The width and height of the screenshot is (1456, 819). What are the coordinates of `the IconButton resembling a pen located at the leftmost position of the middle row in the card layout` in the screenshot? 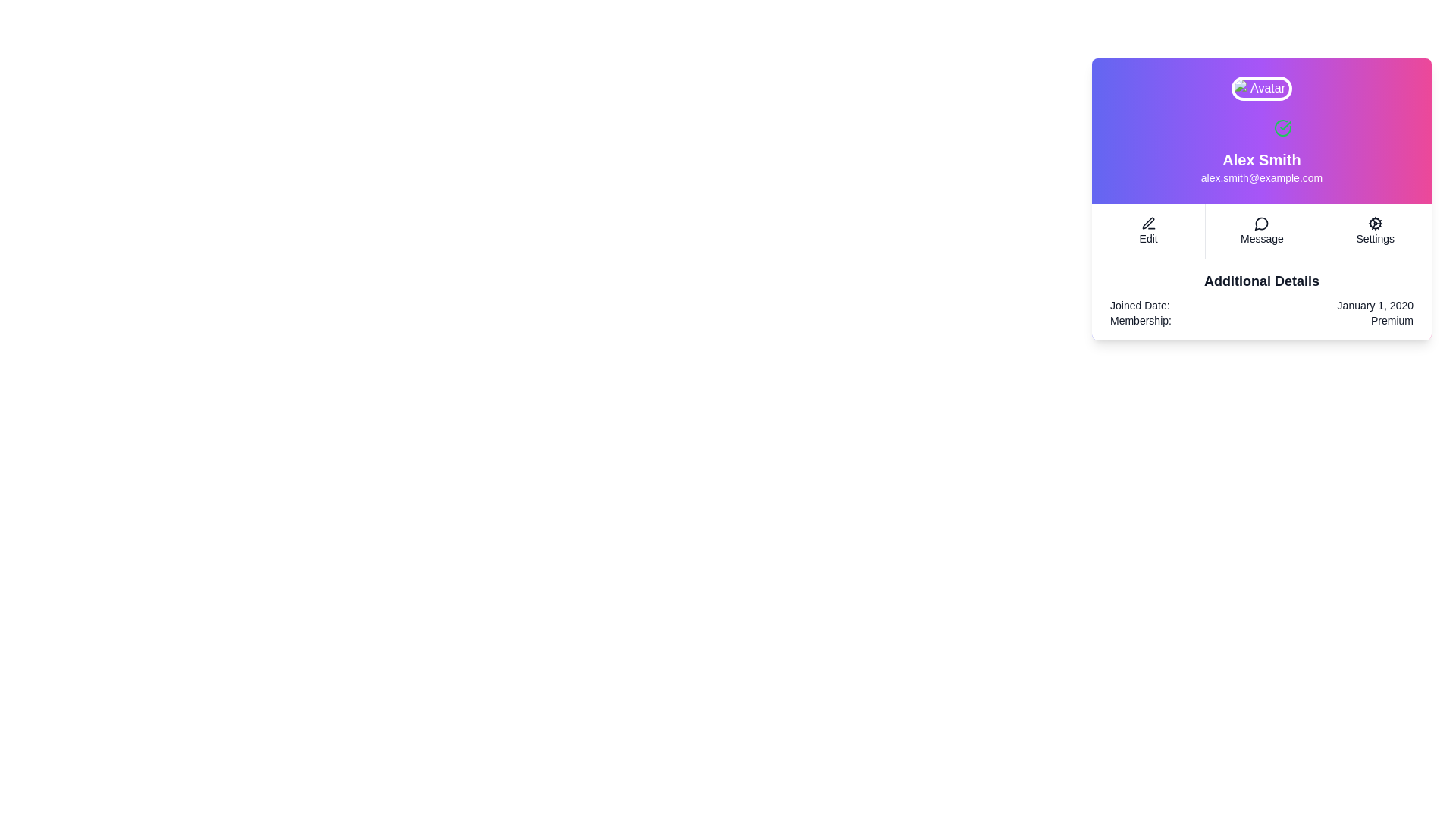 It's located at (1148, 223).